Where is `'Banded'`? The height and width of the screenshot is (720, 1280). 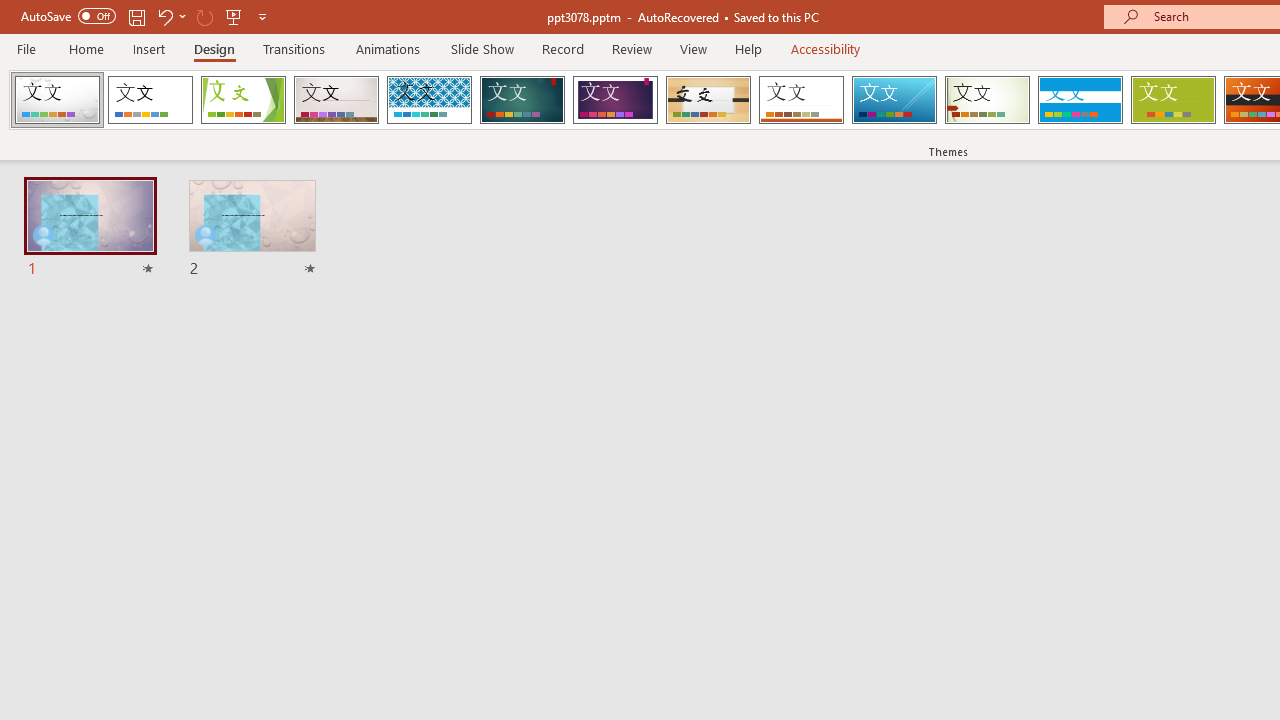 'Banded' is located at coordinates (1079, 100).